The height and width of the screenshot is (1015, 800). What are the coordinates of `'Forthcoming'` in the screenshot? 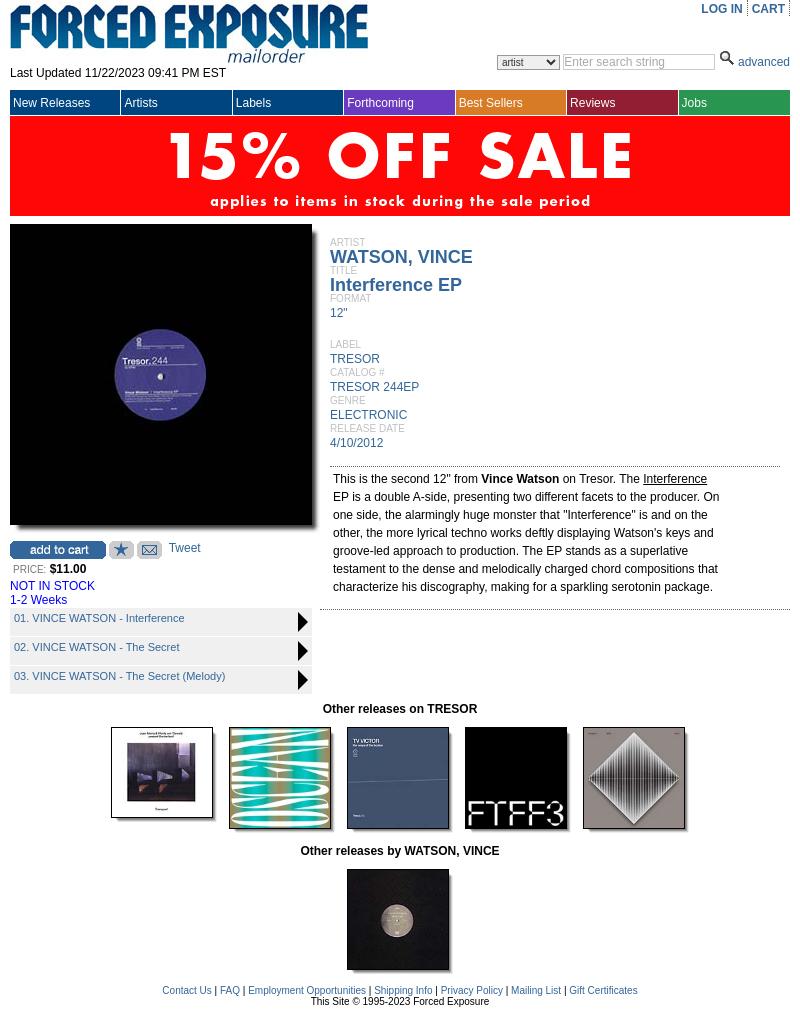 It's located at (347, 102).